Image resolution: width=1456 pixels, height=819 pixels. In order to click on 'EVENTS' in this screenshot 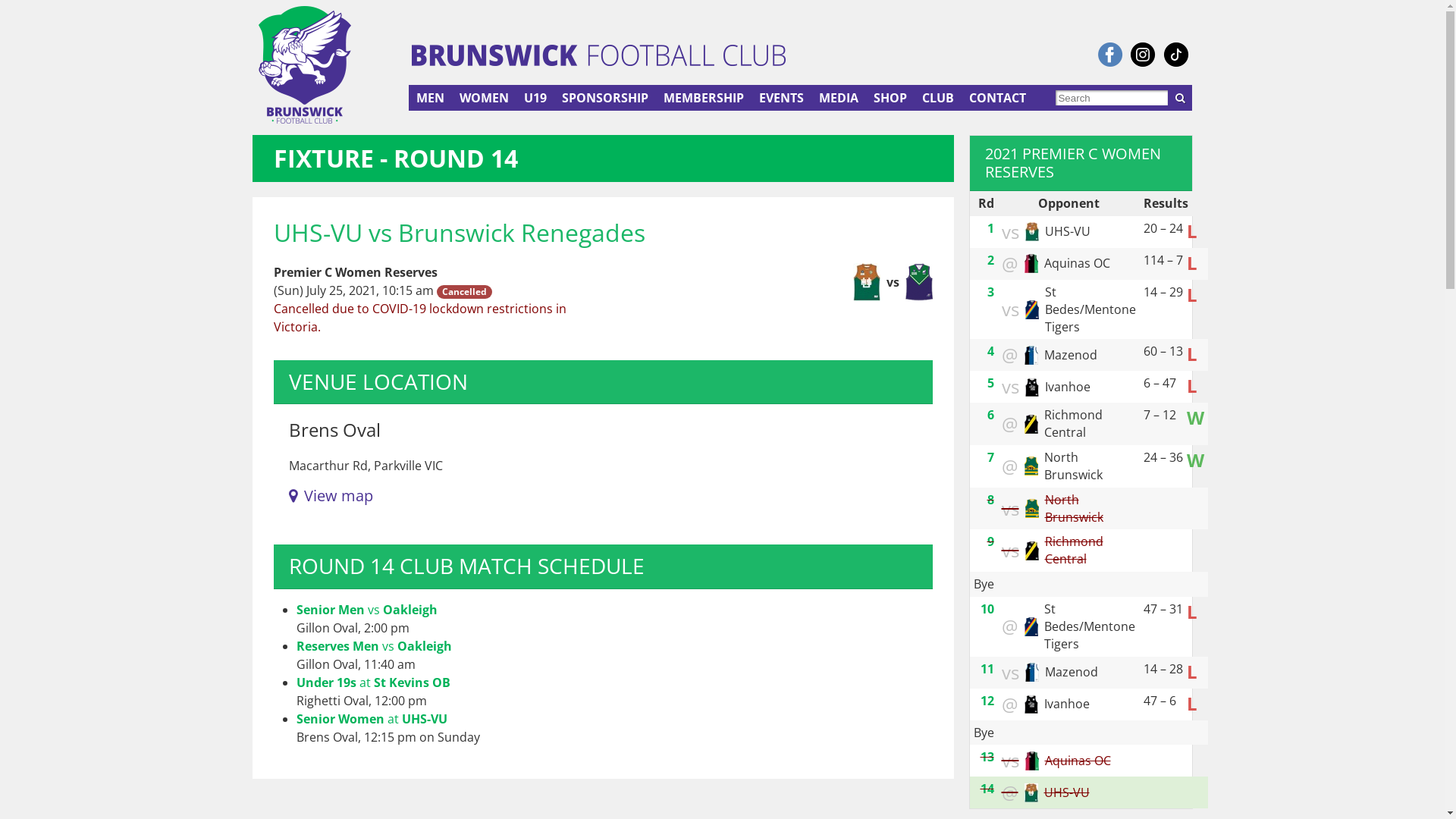, I will do `click(781, 97)`.